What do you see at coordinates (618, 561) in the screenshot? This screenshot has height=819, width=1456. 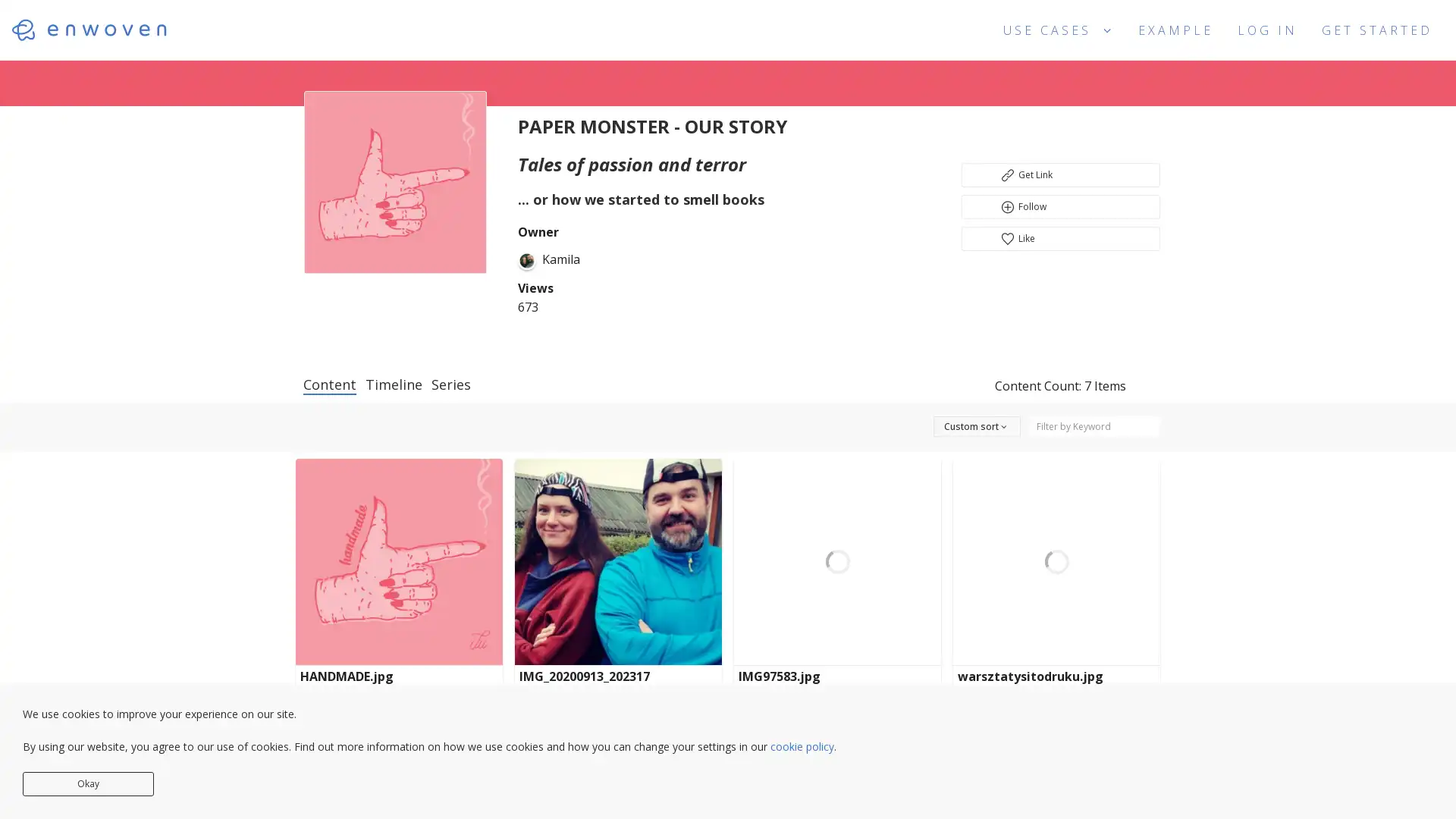 I see `164 views image preview` at bounding box center [618, 561].